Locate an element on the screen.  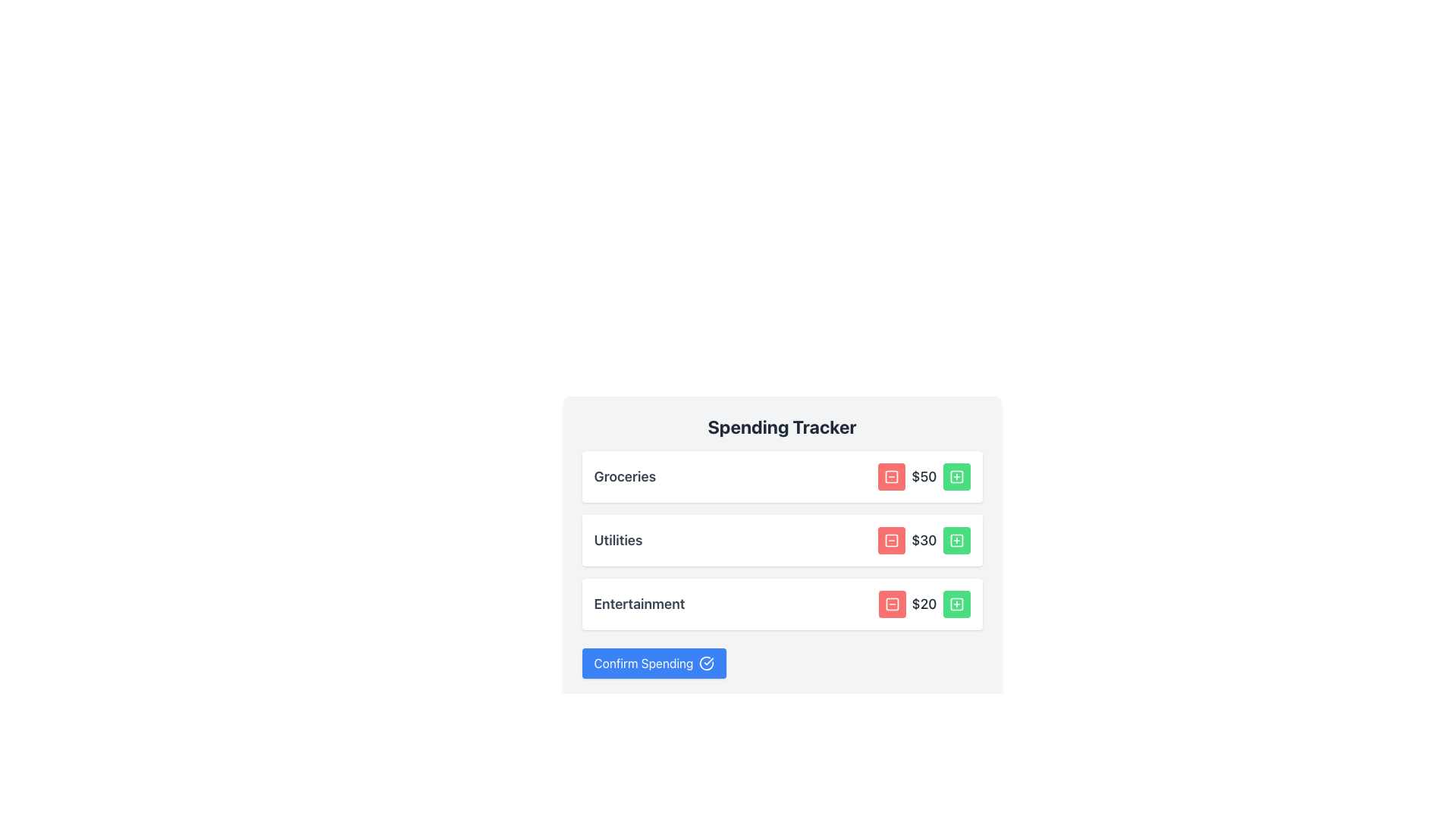
the rightmost button in the row that increments a count or value, located to the right of the '$50' text is located at coordinates (955, 475).